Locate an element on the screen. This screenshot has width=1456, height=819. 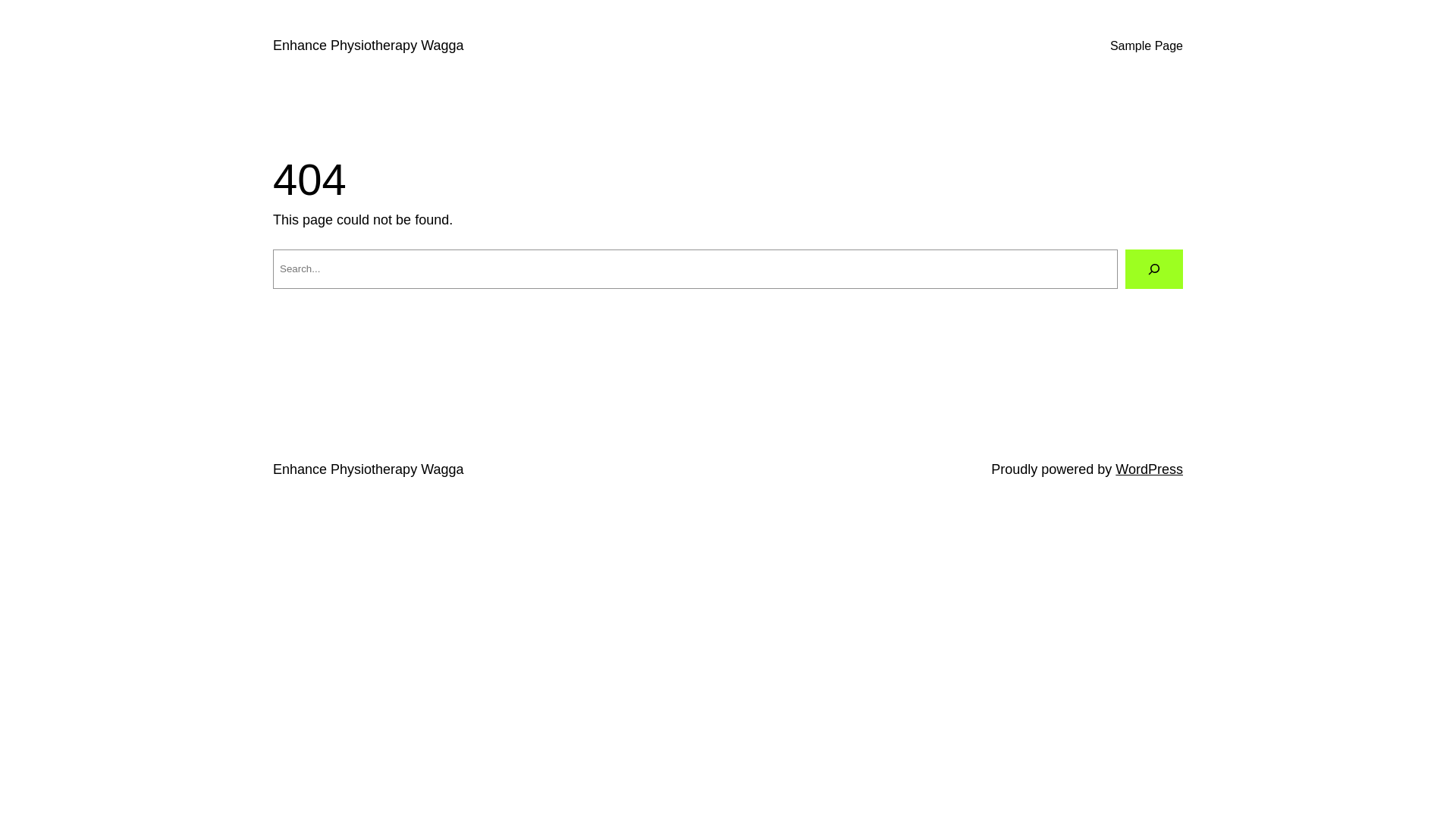
'Enhance Physiotherapy Wagga' is located at coordinates (273, 45).